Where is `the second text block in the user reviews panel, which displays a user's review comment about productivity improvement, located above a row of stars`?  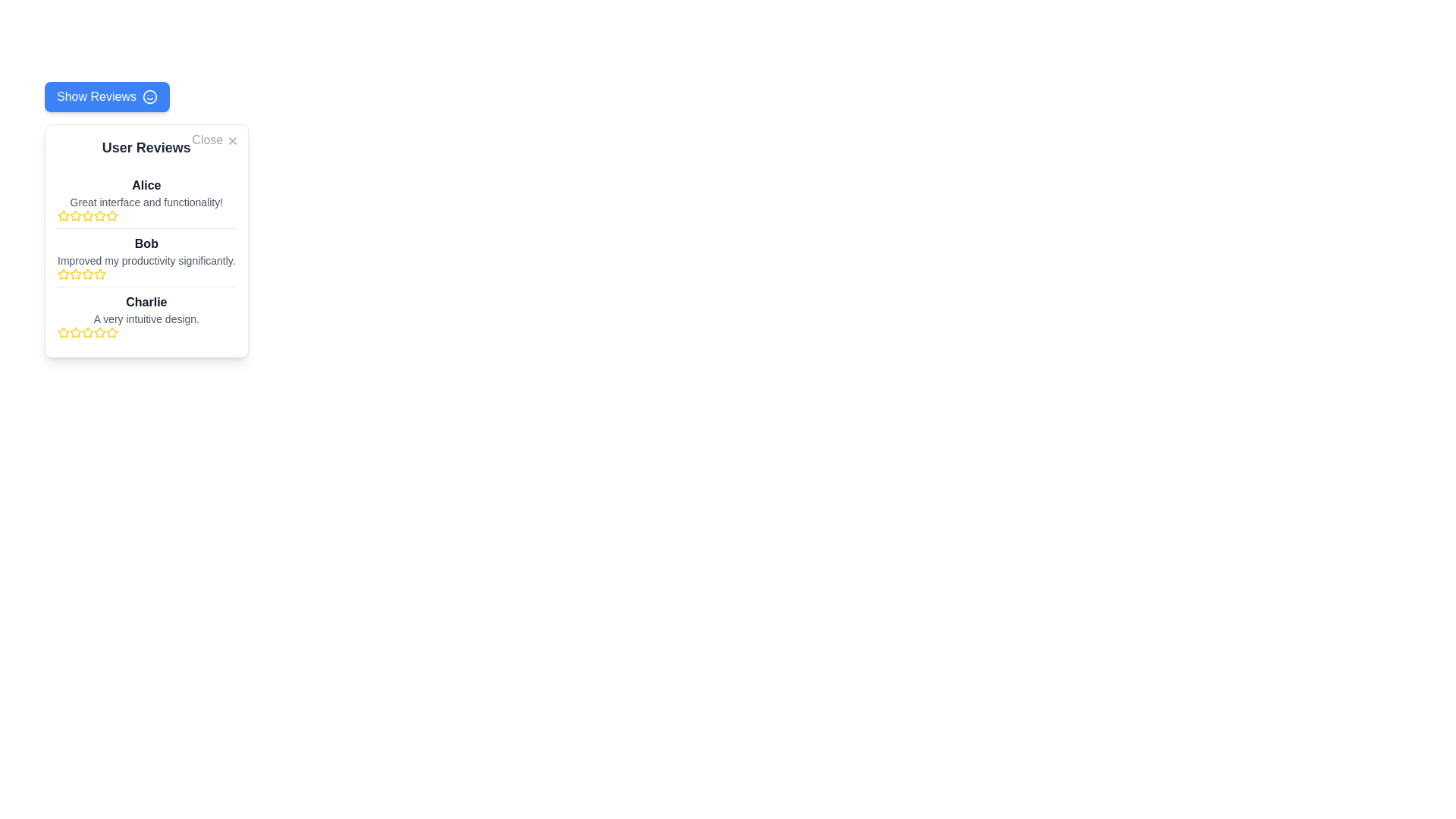 the second text block in the user reviews panel, which displays a user's review comment about productivity improvement, located above a row of stars is located at coordinates (146, 259).